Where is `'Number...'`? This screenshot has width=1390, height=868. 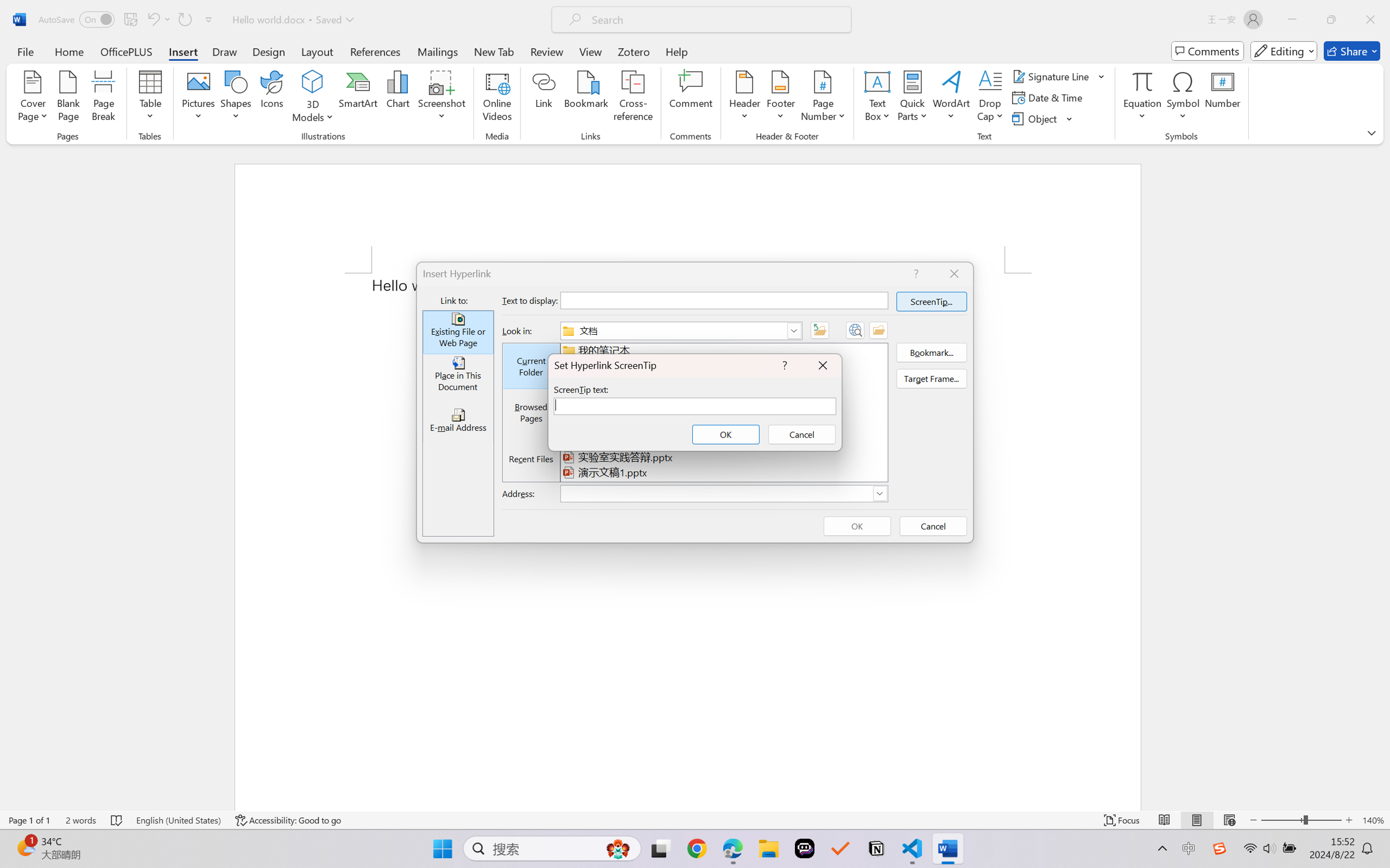 'Number...' is located at coordinates (1223, 98).